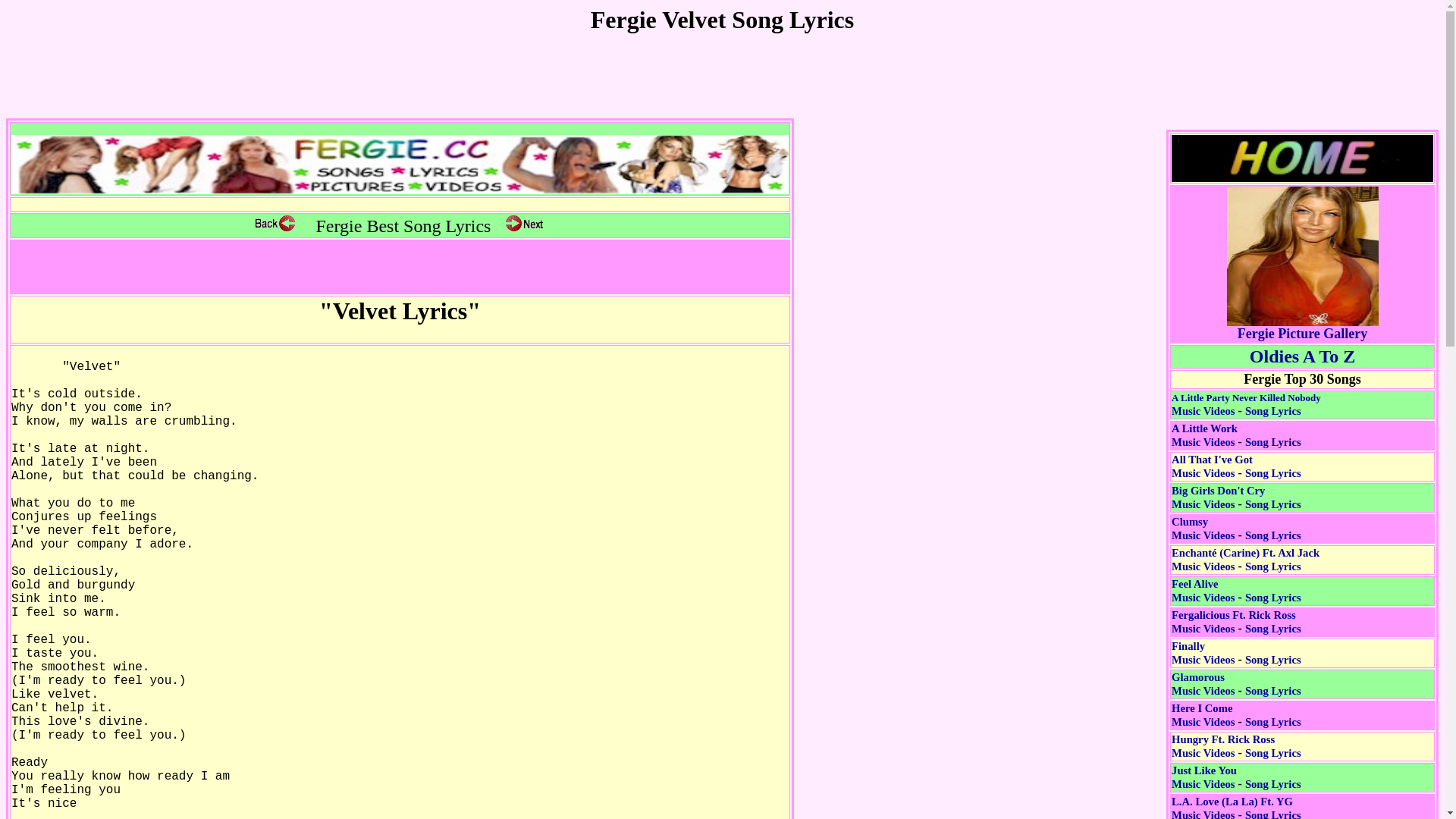 The width and height of the screenshot is (1456, 819). Describe the element at coordinates (1211, 465) in the screenshot. I see `'All That I've Got` at that location.